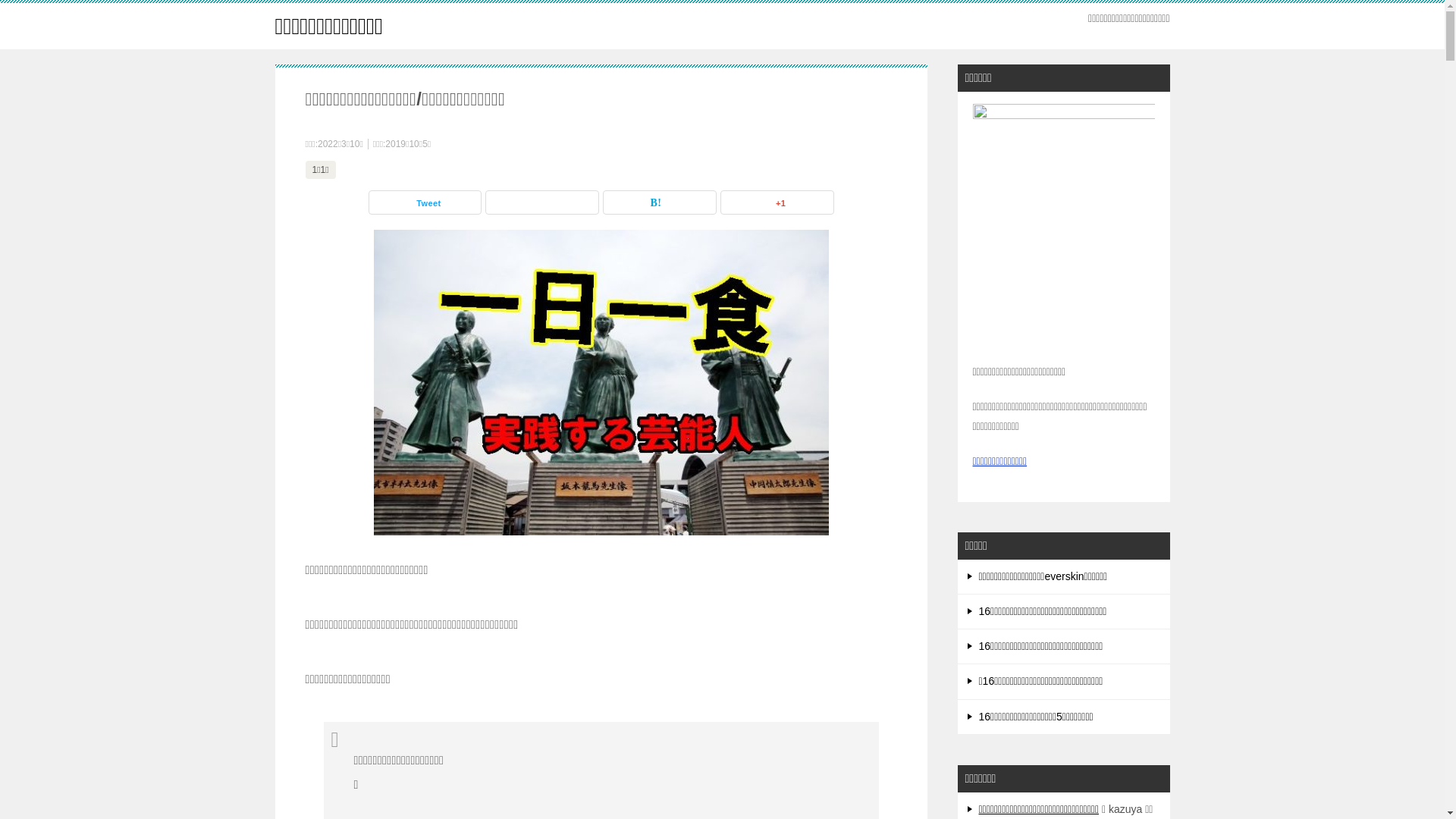  What do you see at coordinates (777, 201) in the screenshot?
I see `'+1'` at bounding box center [777, 201].